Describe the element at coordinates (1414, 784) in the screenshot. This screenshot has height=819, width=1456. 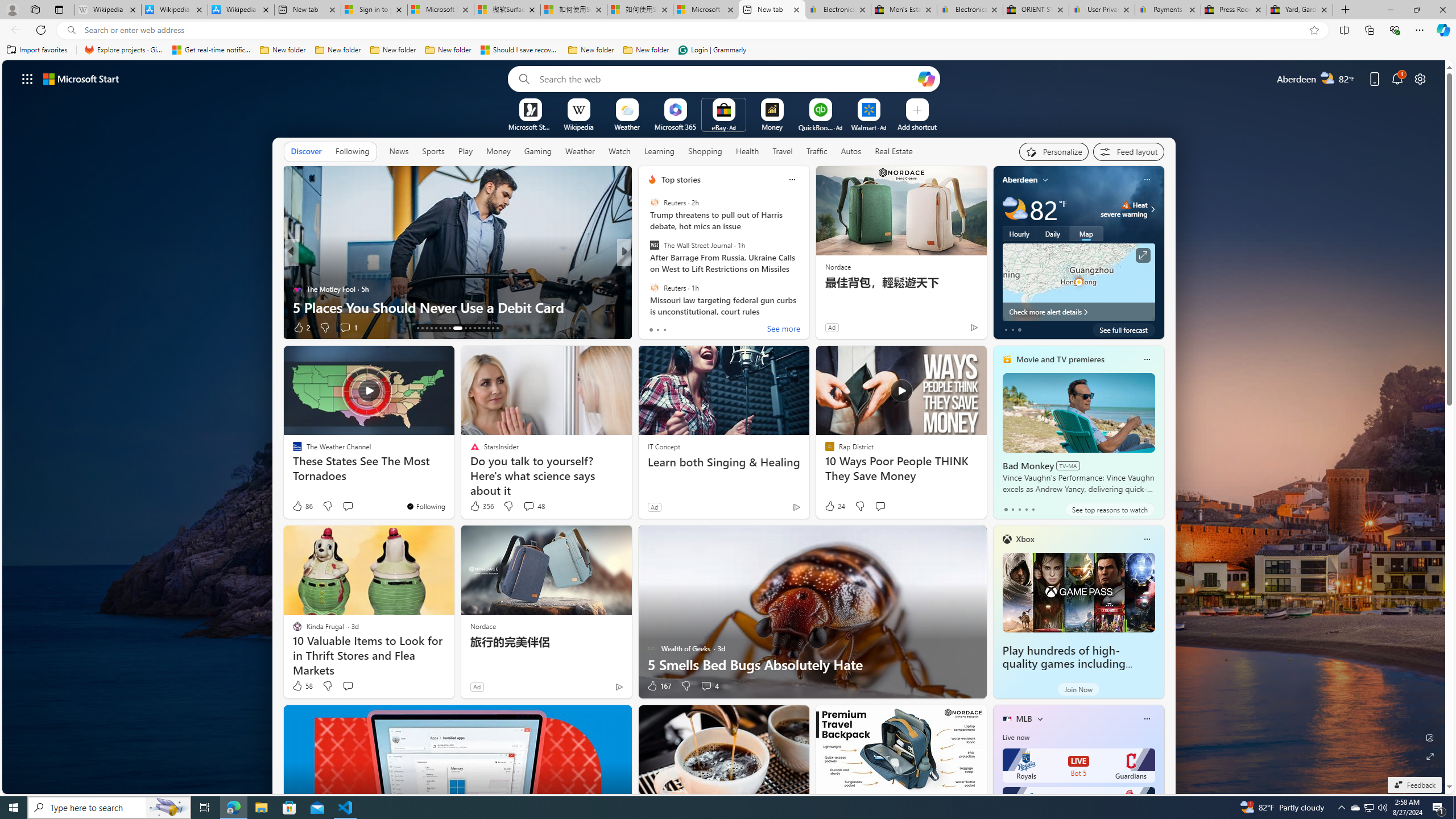
I see `'Feedback'` at that location.